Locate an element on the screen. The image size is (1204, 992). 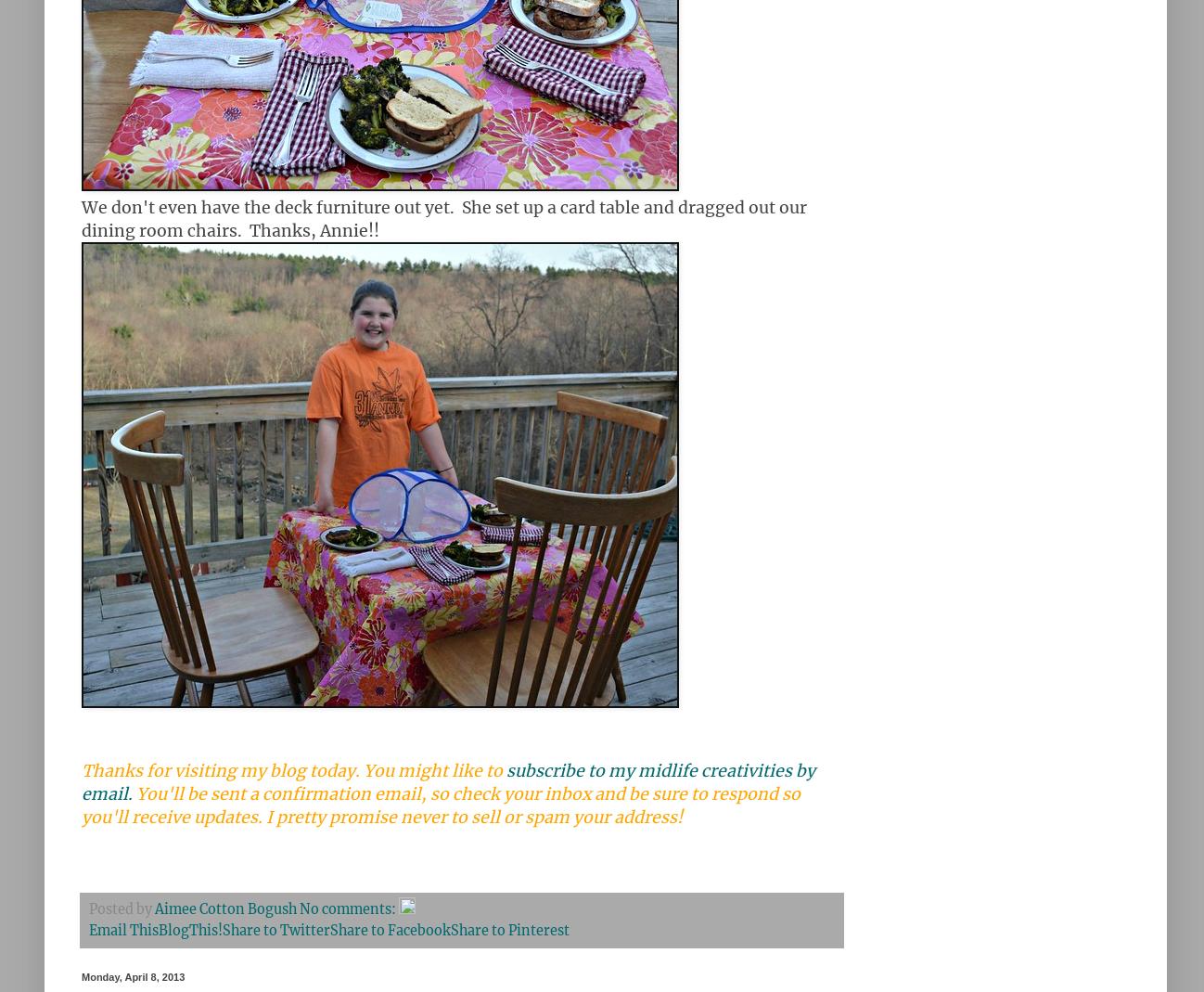
'Thanks for visiting my blog today.  You might like to' is located at coordinates (292, 771).